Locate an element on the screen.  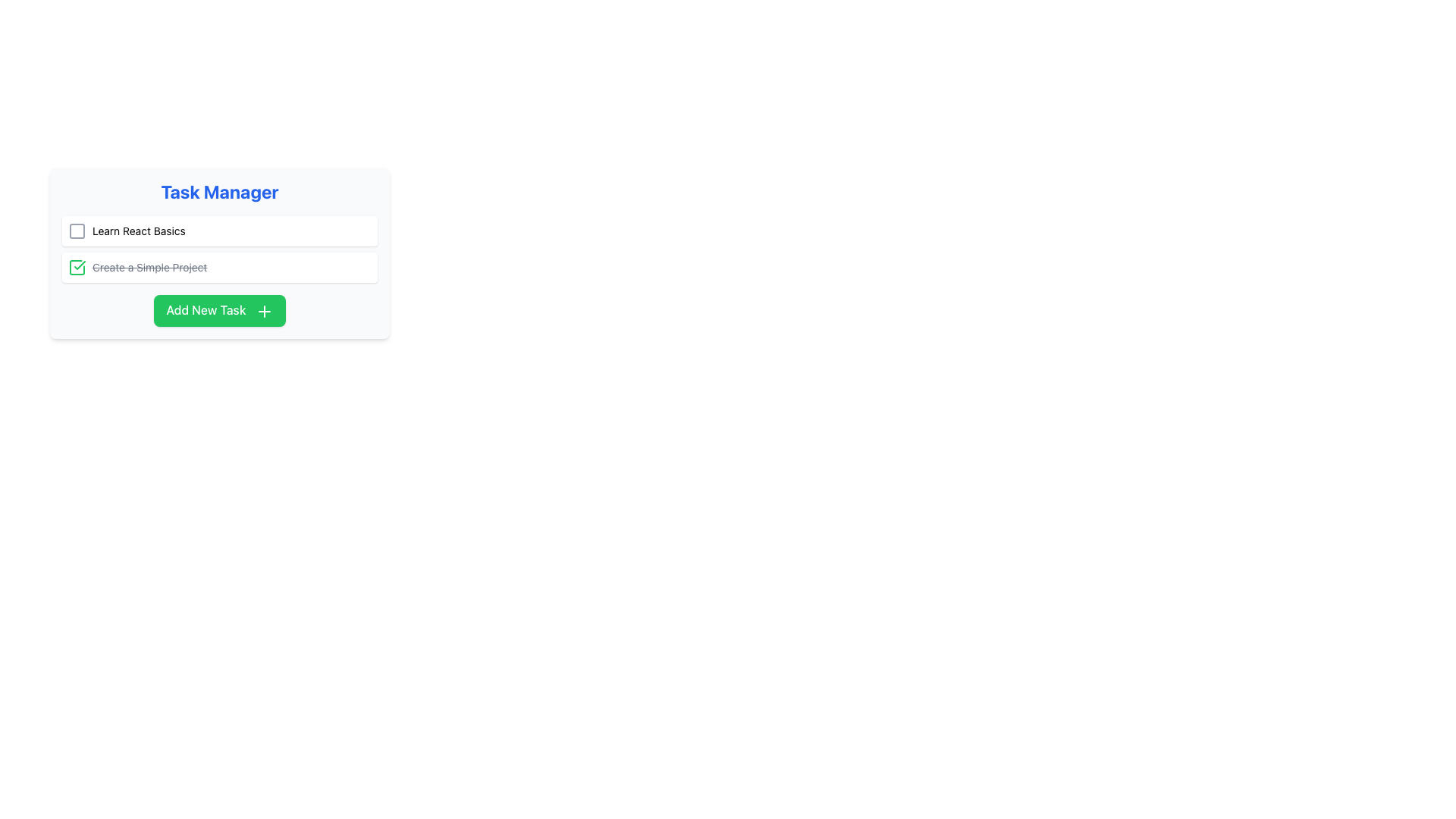
the checkbox indicator for the task labeled 'Learn React Basics', which is positioned at the beginning of its row, horizontally aligned to the left of the task text is located at coordinates (76, 231).